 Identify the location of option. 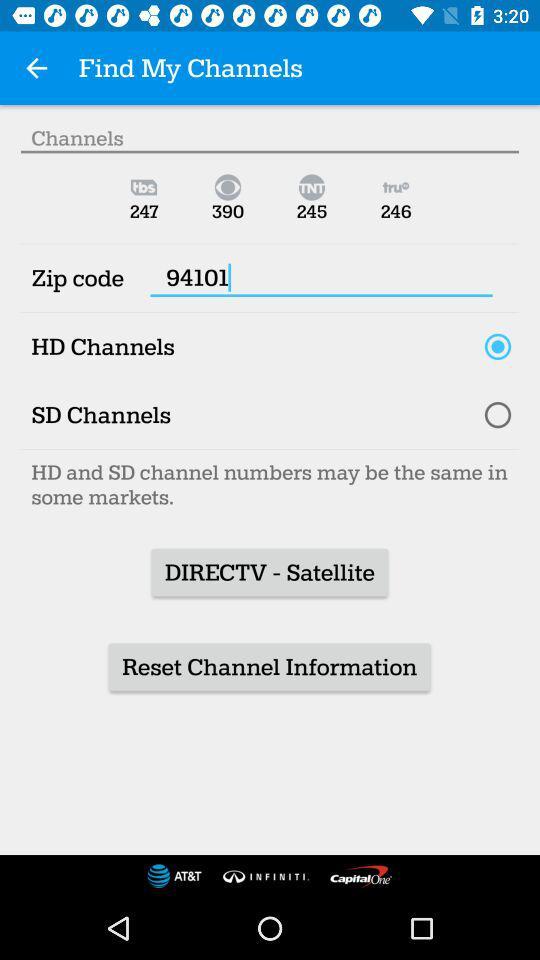
(496, 414).